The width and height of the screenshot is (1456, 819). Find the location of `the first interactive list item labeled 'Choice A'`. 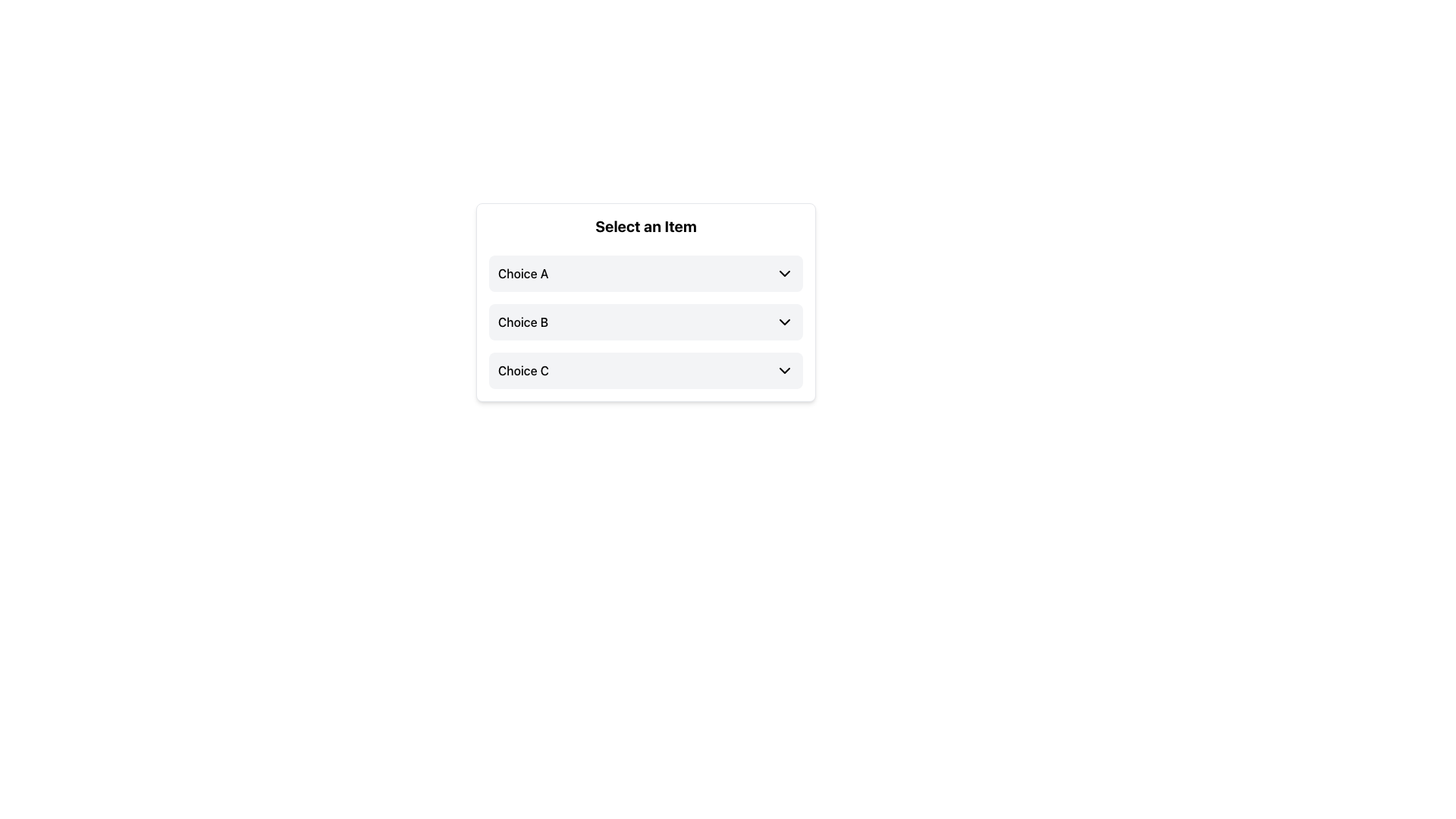

the first interactive list item labeled 'Choice A' is located at coordinates (645, 274).